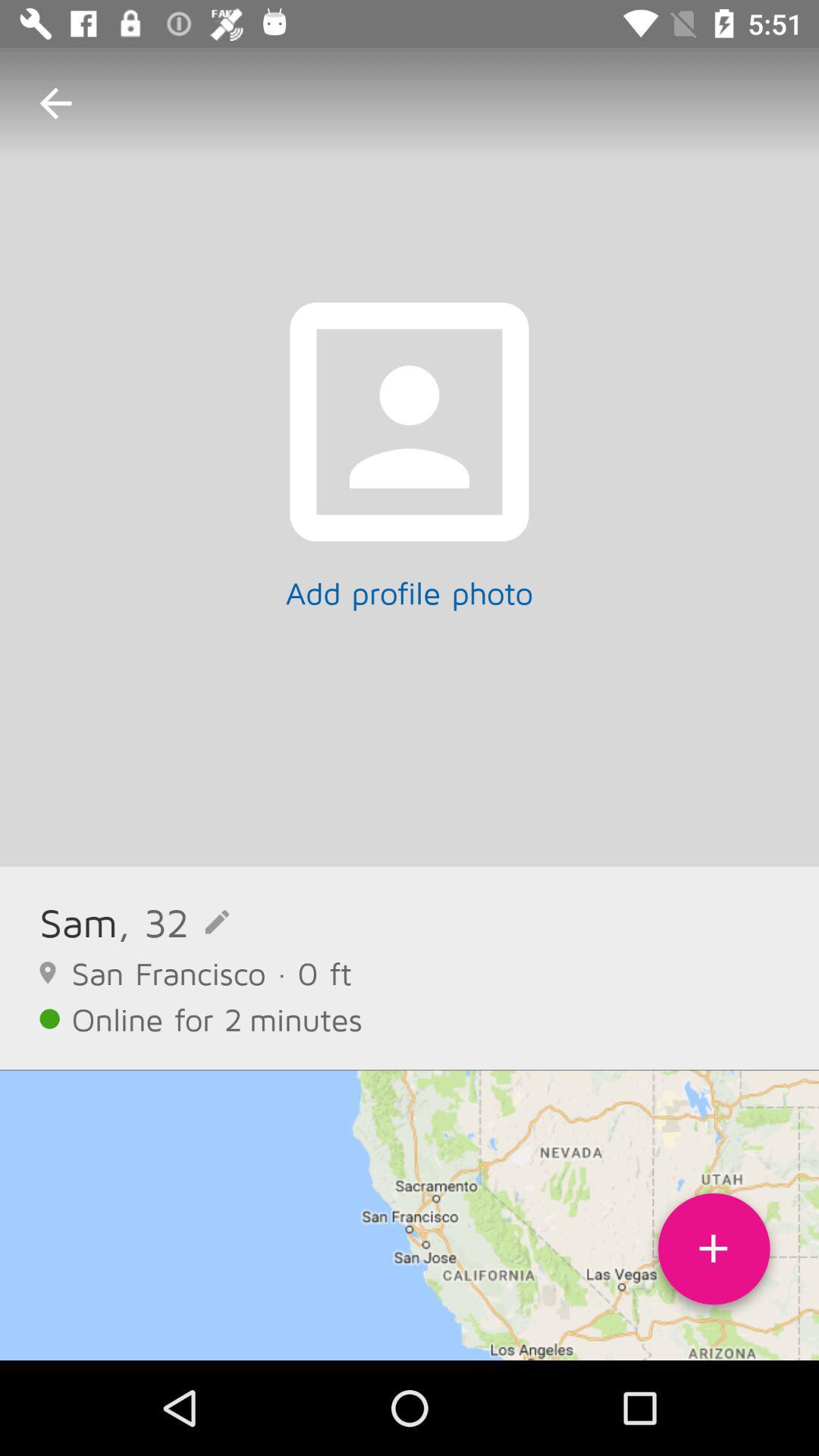 The image size is (819, 1456). Describe the element at coordinates (172, 921) in the screenshot. I see `, 32 item` at that location.